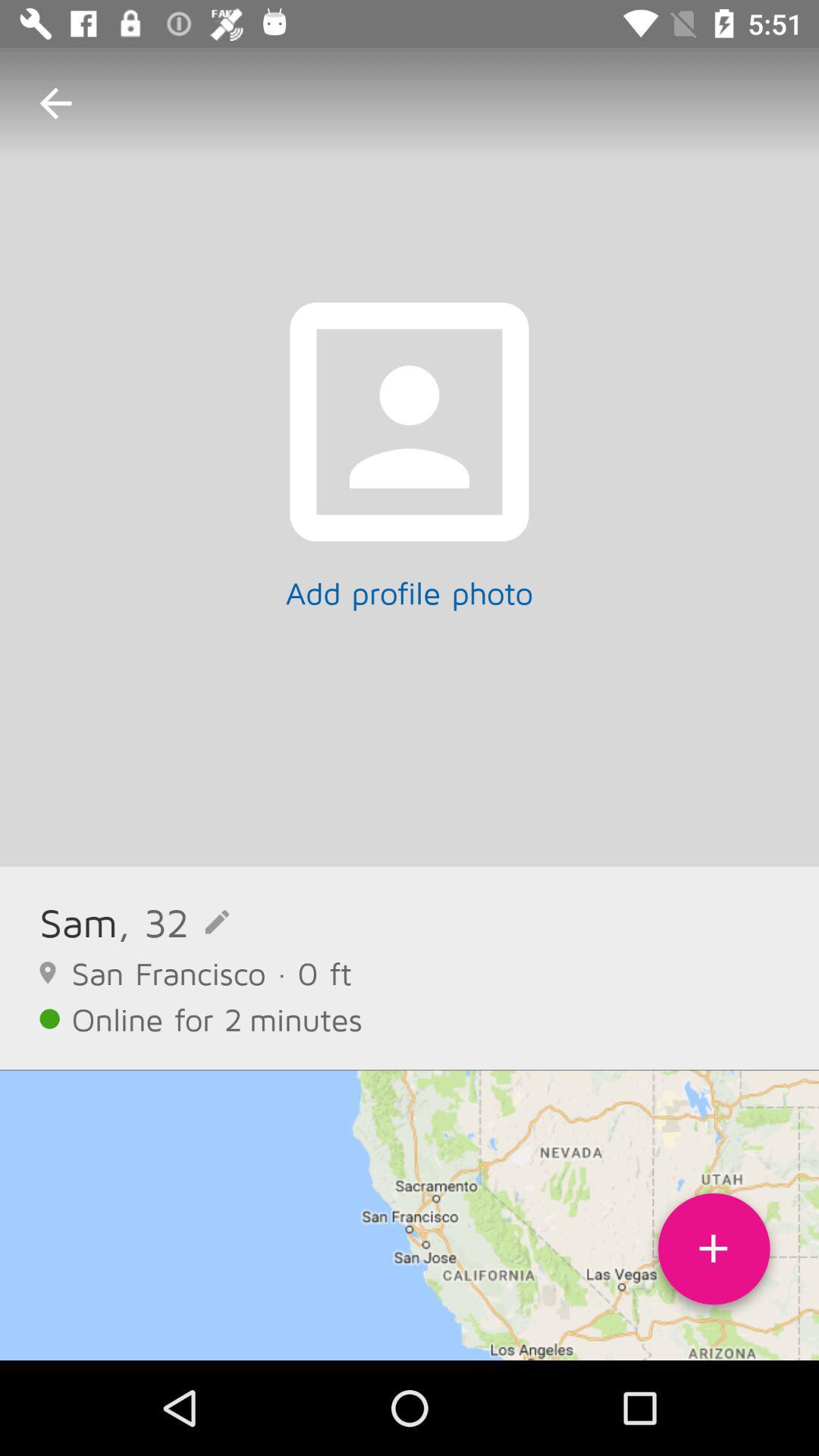 The image size is (819, 1456). Describe the element at coordinates (172, 921) in the screenshot. I see `, 32 item` at that location.